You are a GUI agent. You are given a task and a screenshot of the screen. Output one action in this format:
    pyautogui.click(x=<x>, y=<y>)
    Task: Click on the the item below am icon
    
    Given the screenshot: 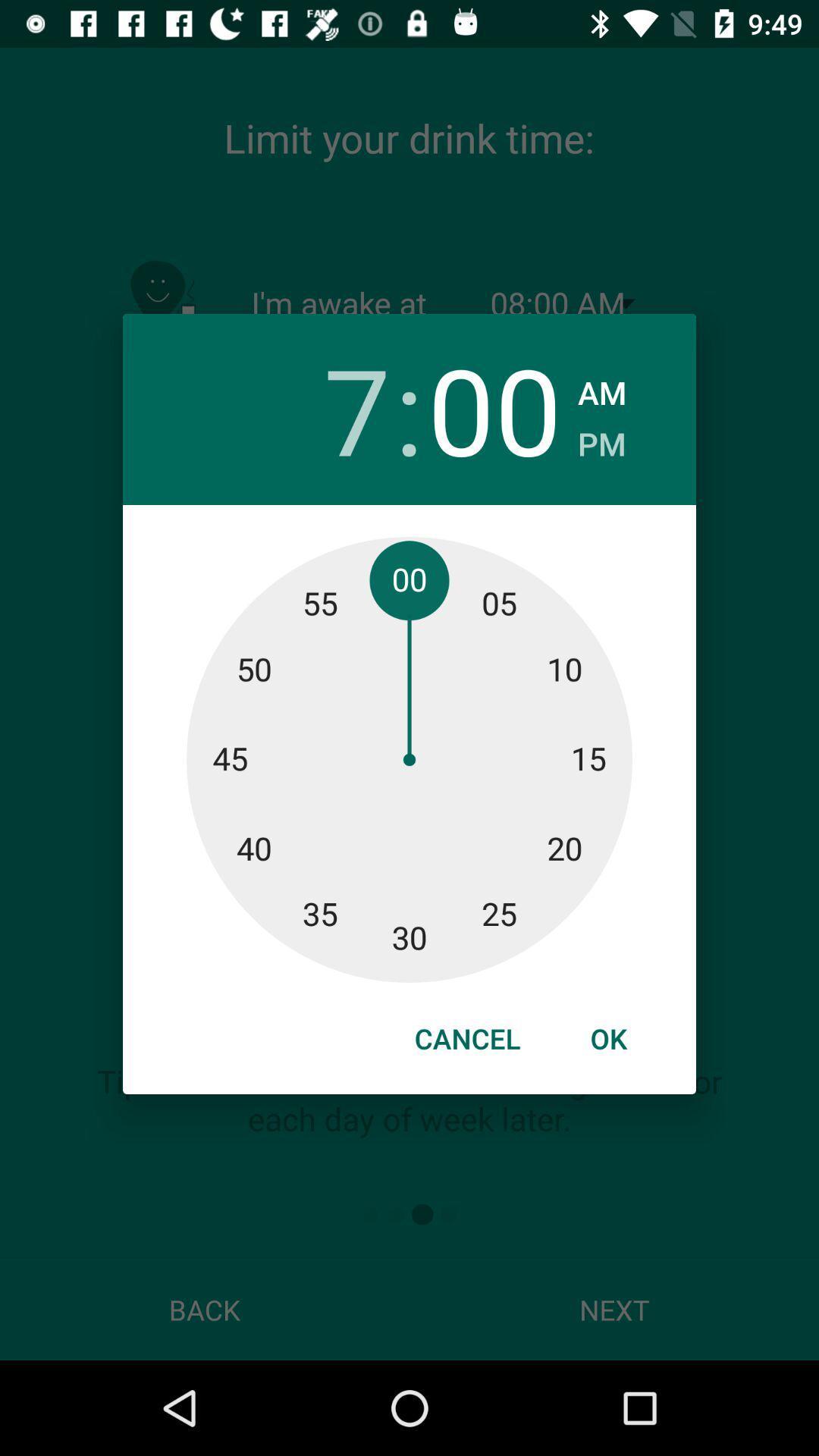 What is the action you would take?
    pyautogui.click(x=601, y=438)
    